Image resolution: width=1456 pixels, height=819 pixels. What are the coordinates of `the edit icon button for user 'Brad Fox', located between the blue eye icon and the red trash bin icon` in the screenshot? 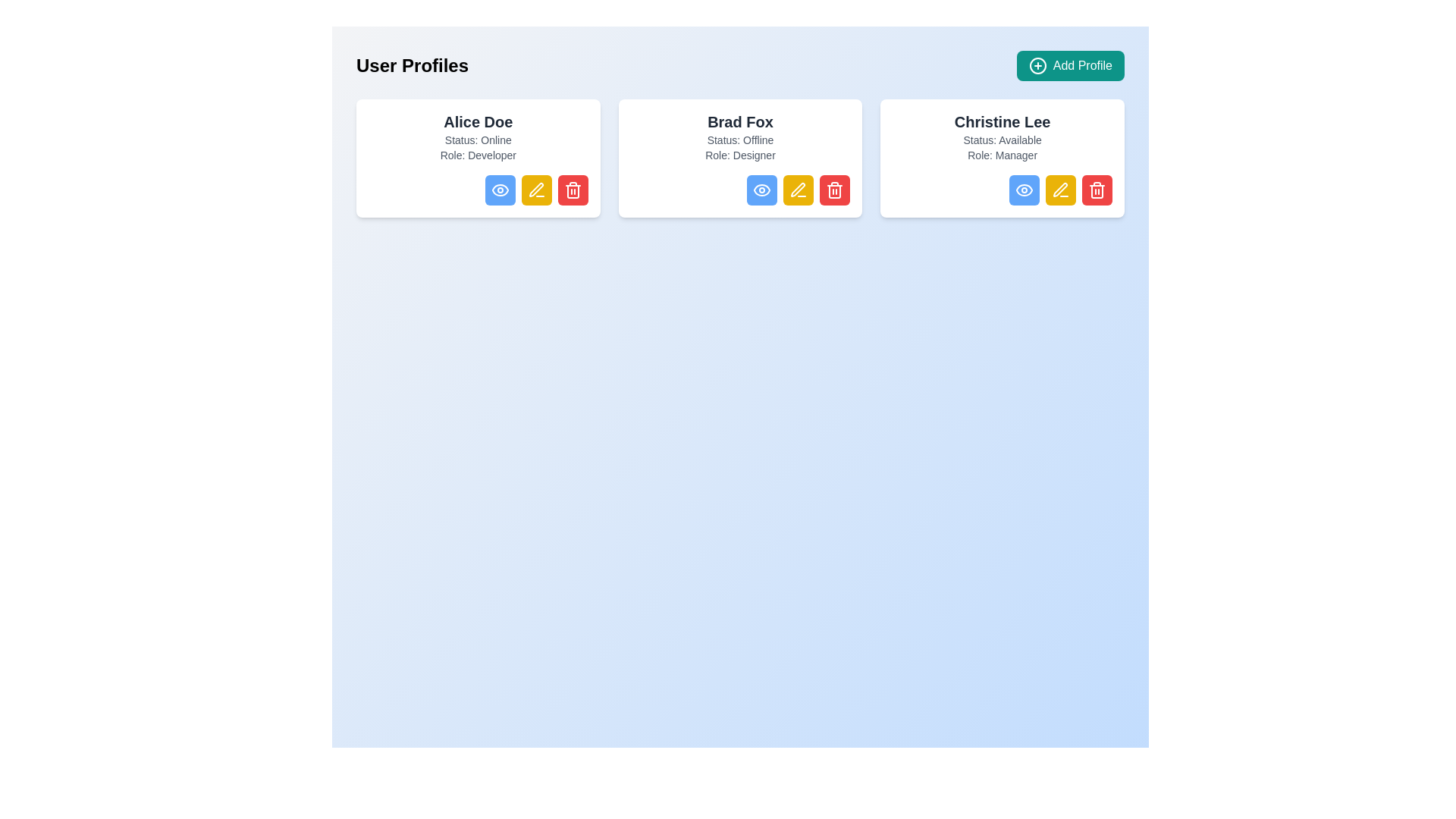 It's located at (798, 189).